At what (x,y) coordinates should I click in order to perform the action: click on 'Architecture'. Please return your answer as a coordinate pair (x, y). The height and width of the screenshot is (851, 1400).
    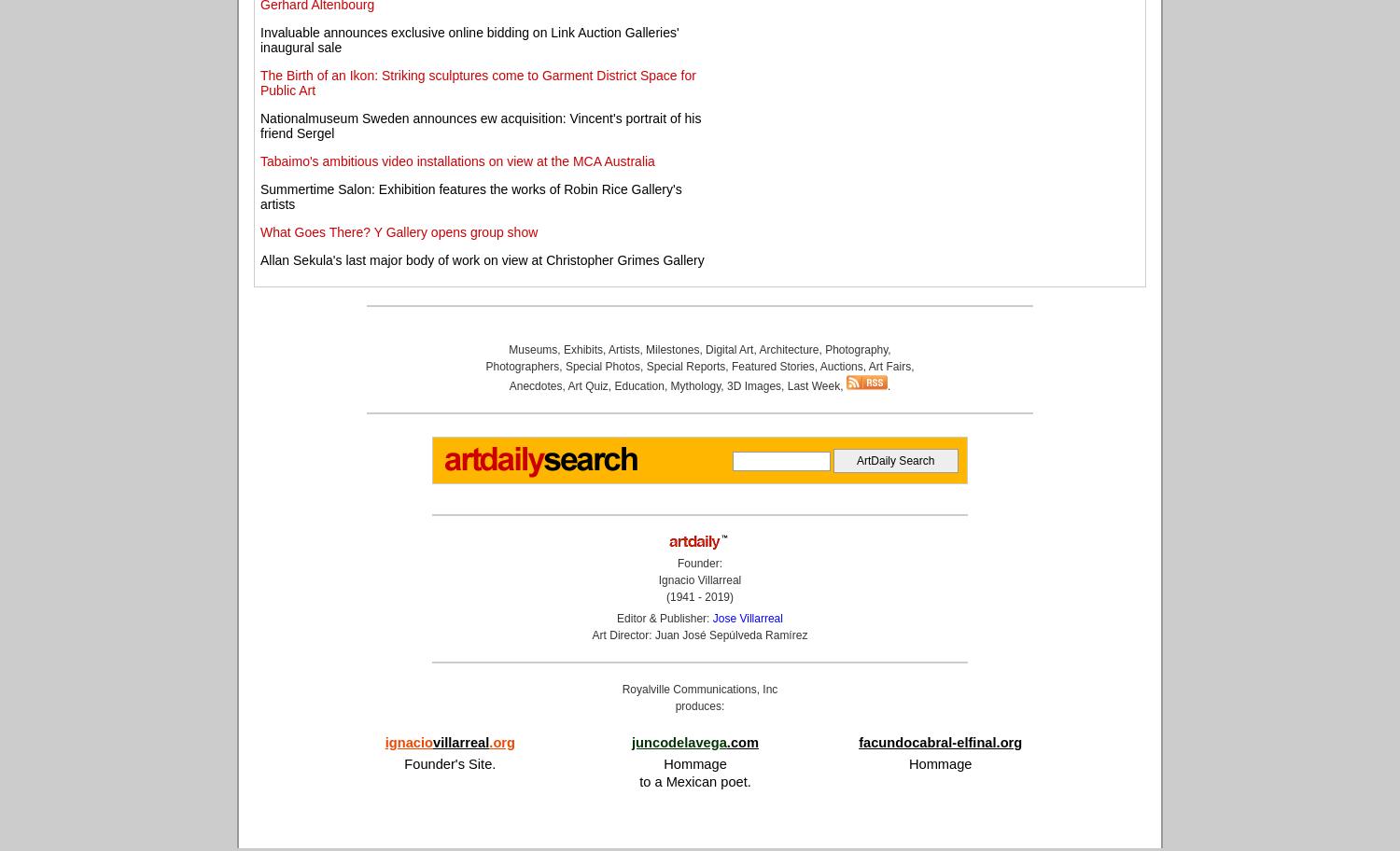
    Looking at the image, I should click on (787, 348).